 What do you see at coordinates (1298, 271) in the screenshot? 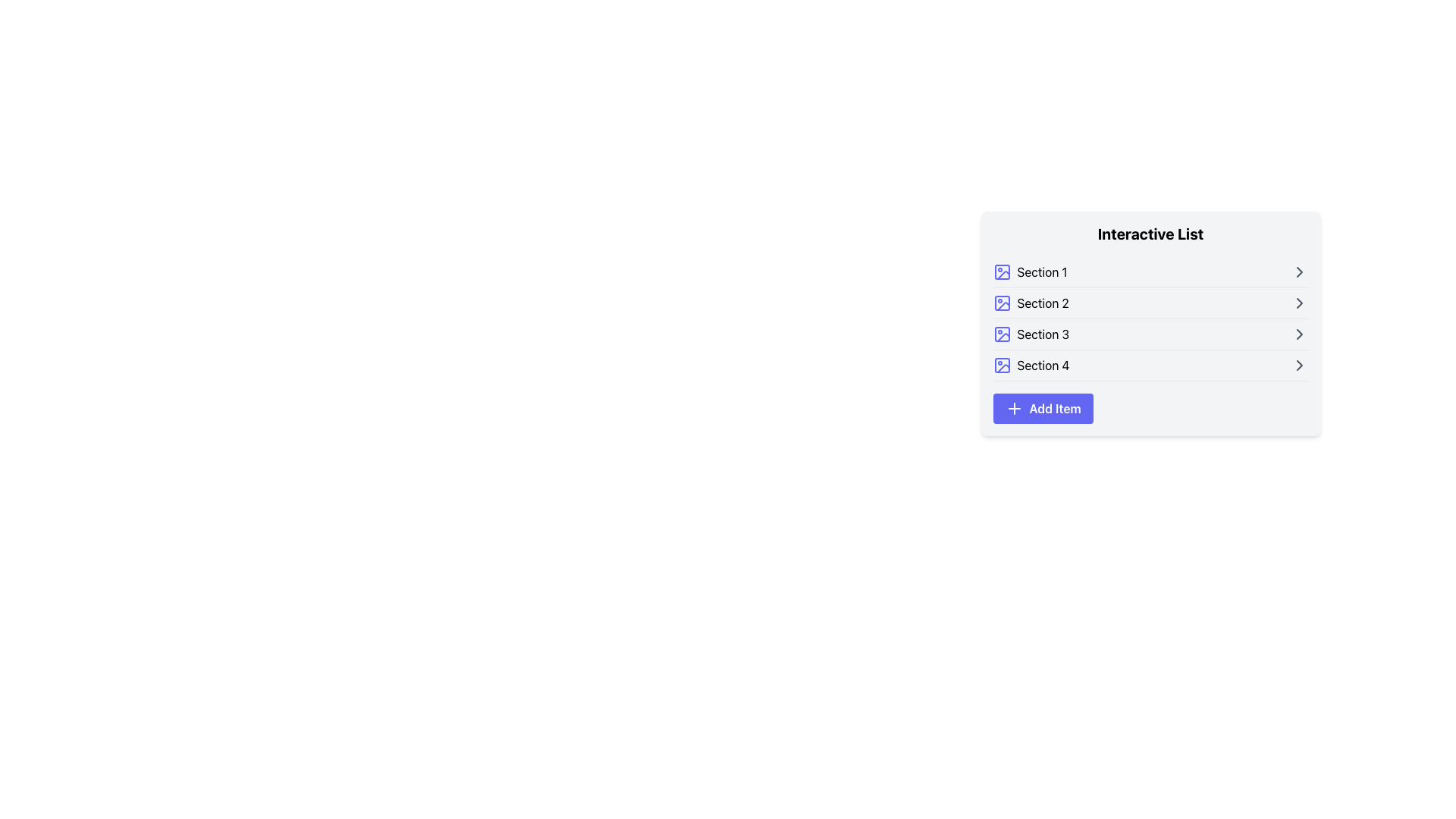
I see `the arrow icon button, which is a right-pointing chevron located at the far right of 'Section 1' in the 'Interactive List'` at bounding box center [1298, 271].